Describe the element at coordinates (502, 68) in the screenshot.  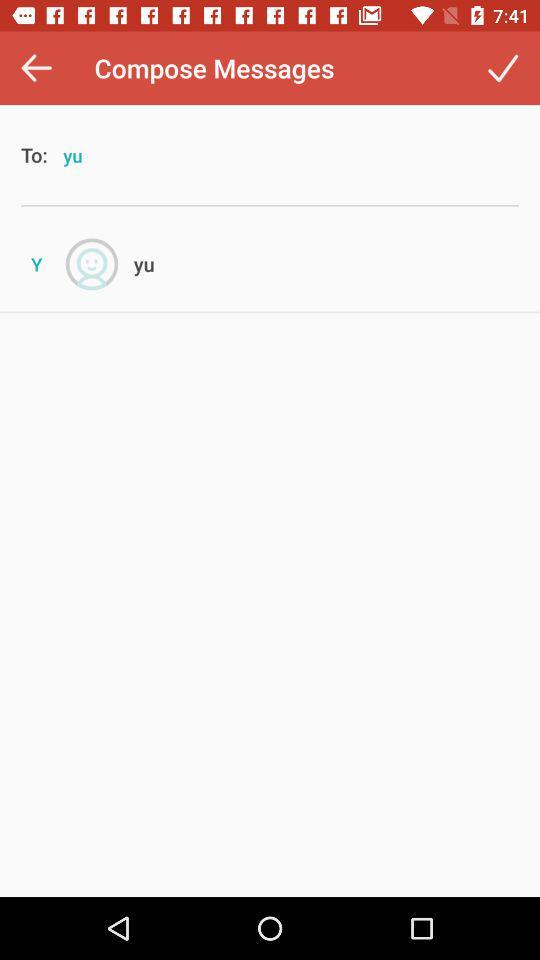
I see `the item to the right of compose messages icon` at that location.